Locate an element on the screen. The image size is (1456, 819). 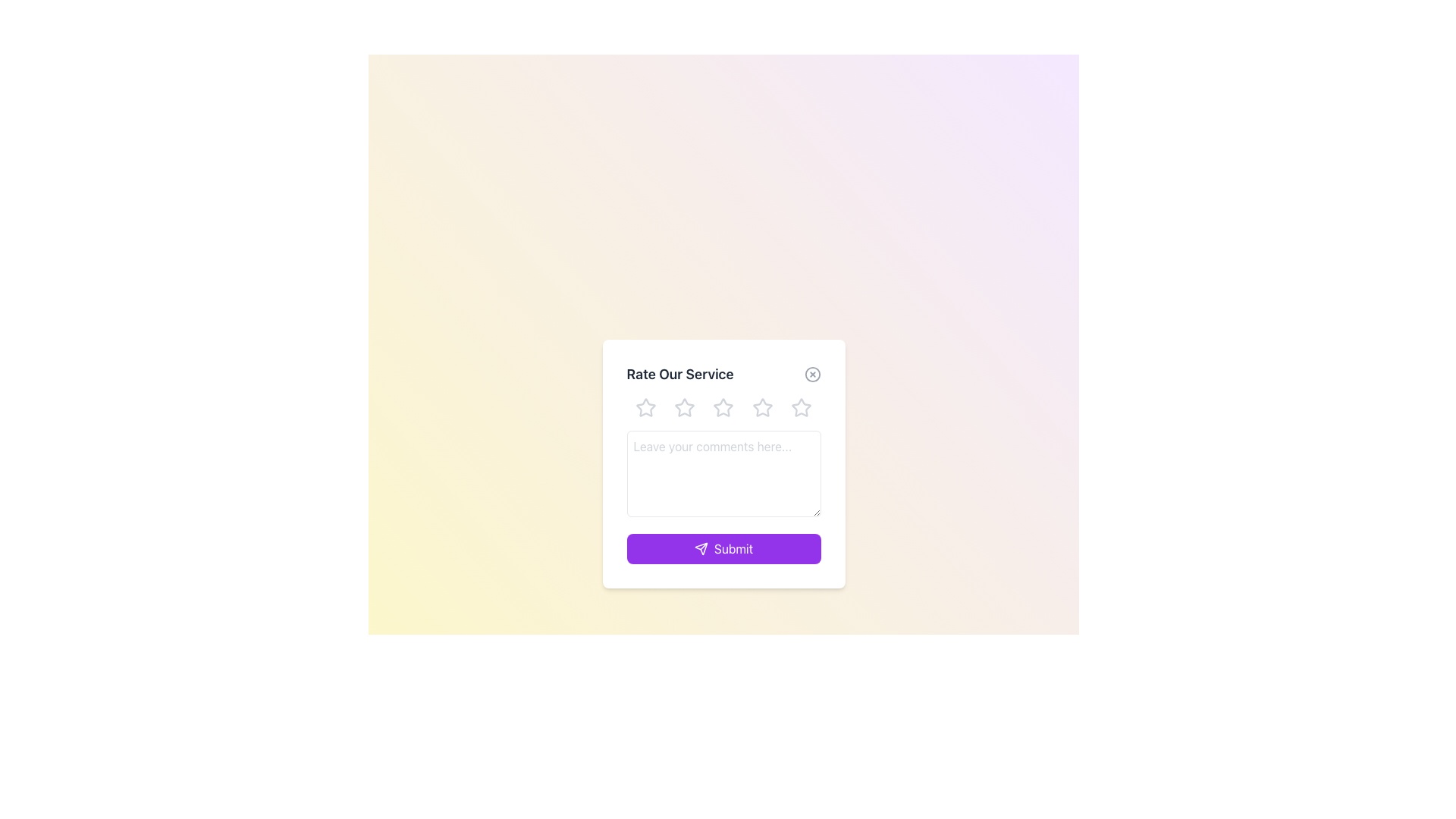
the circular close icon located in the top-right corner of the modal, which is part of an SVG element is located at coordinates (811, 374).